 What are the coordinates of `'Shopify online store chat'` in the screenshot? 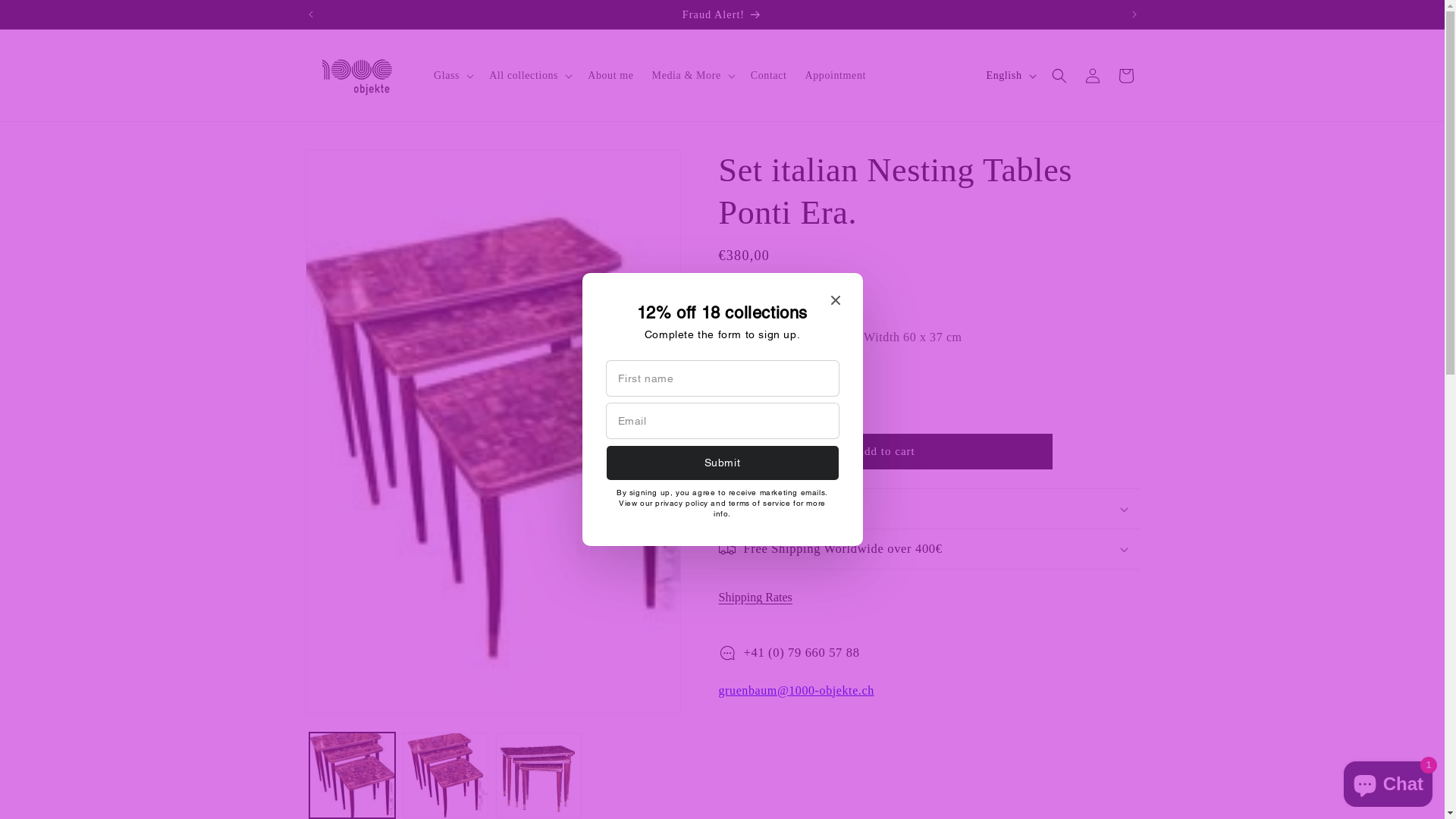 It's located at (1388, 780).